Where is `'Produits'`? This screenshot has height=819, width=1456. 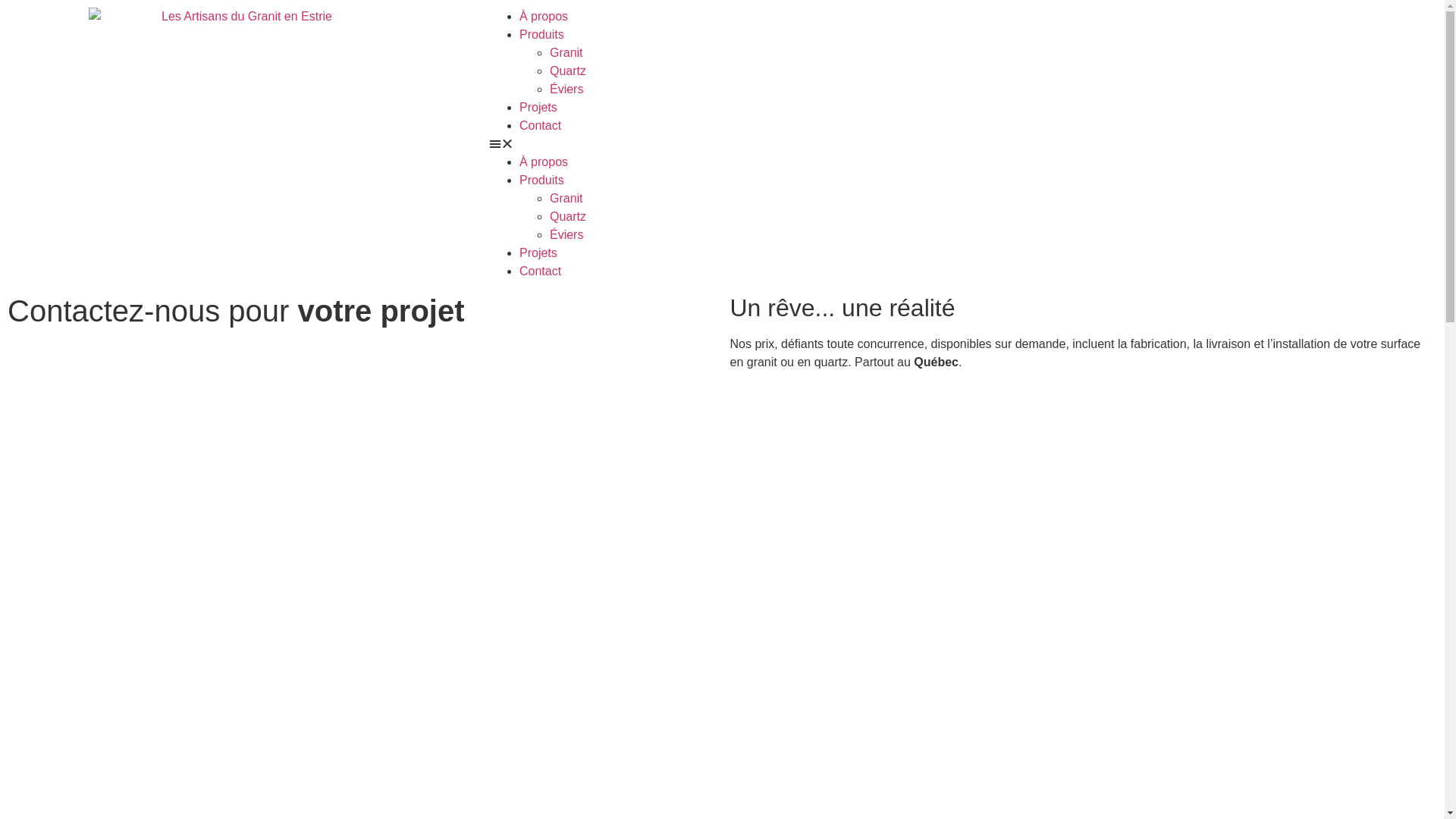
'Produits' is located at coordinates (541, 179).